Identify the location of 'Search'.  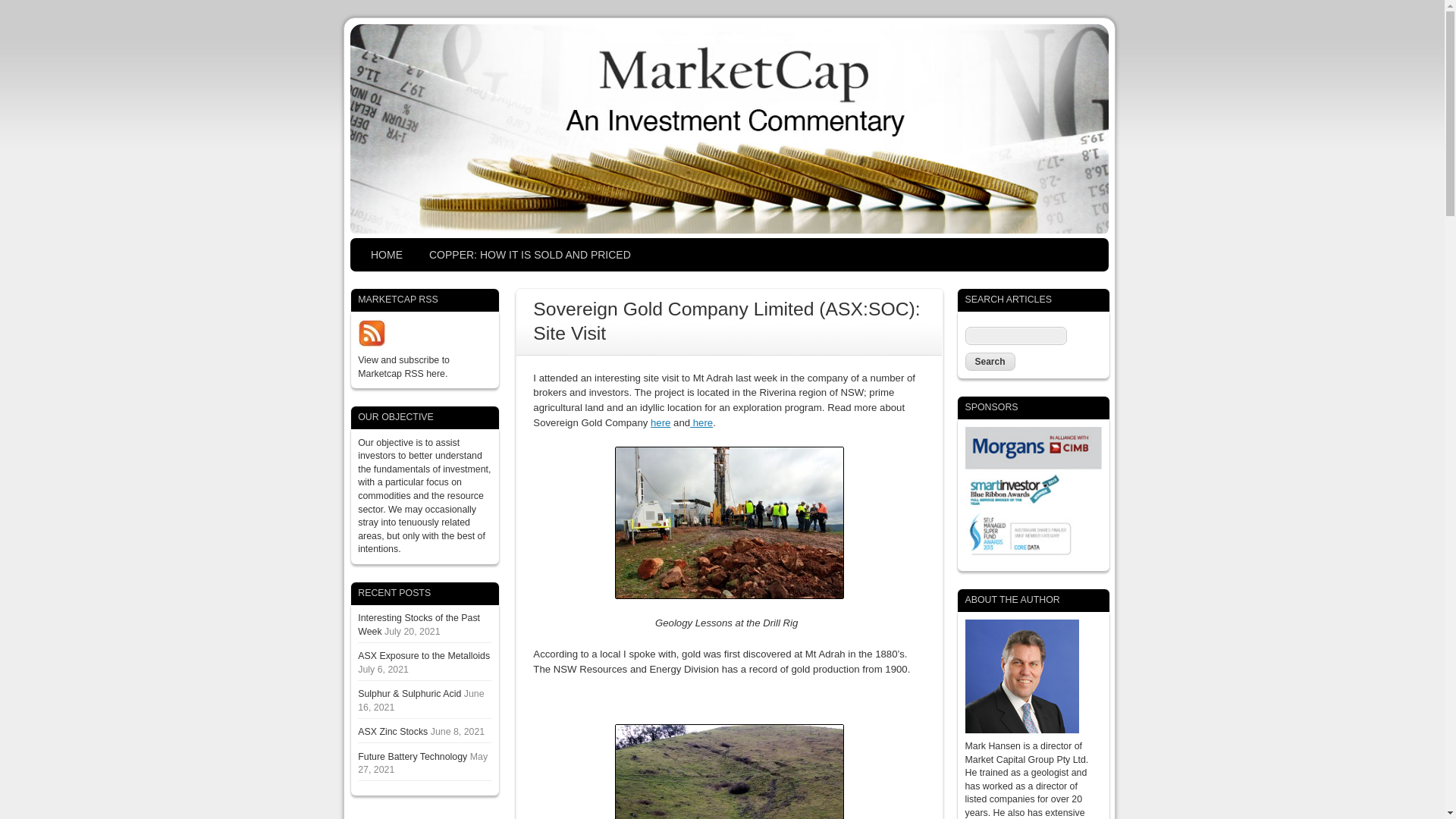
(990, 362).